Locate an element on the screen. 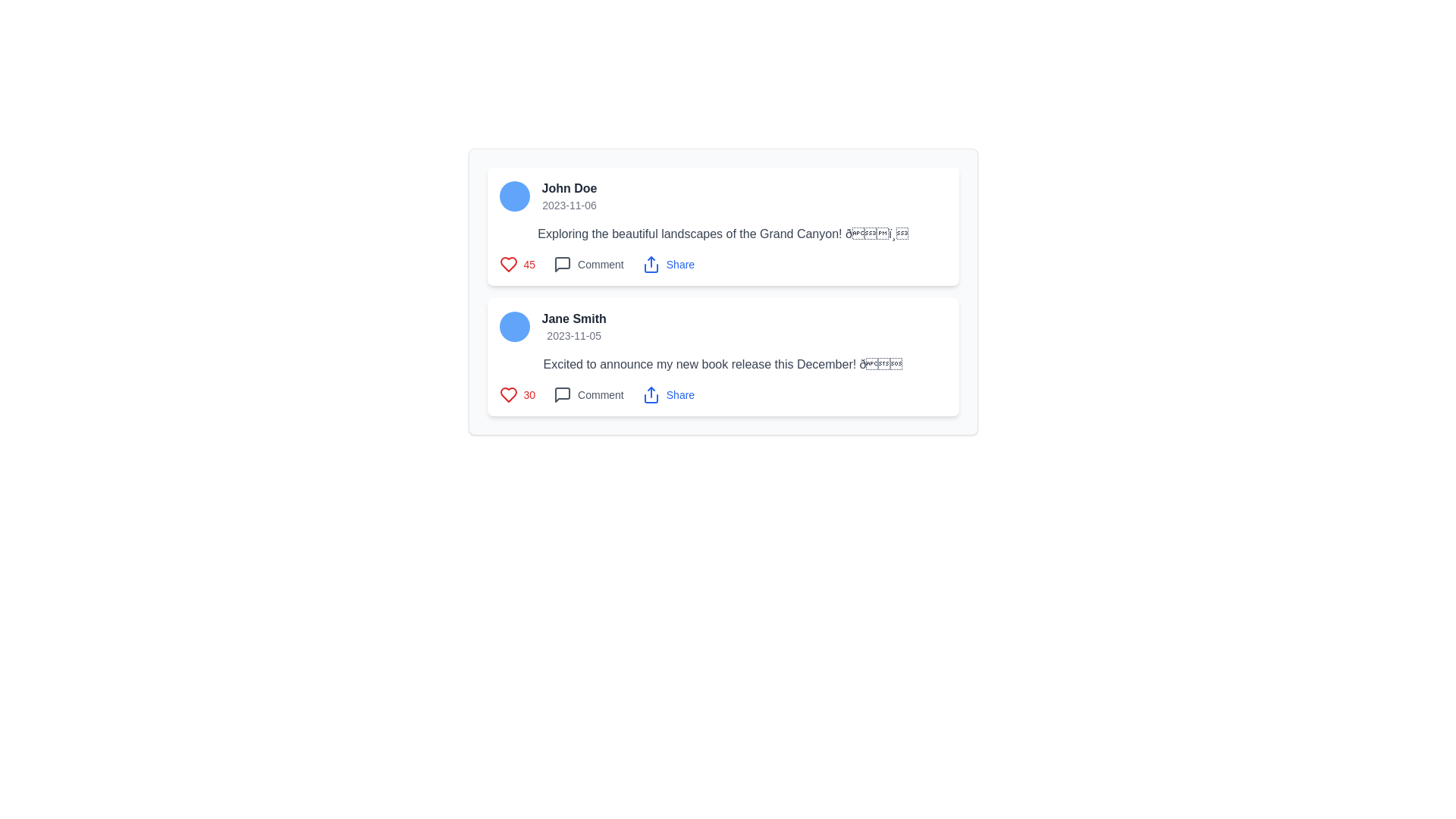  the text label identifying the author of the post, located at the top left corner of the second post card layout, above the date text '2023-11-05' is located at coordinates (573, 318).